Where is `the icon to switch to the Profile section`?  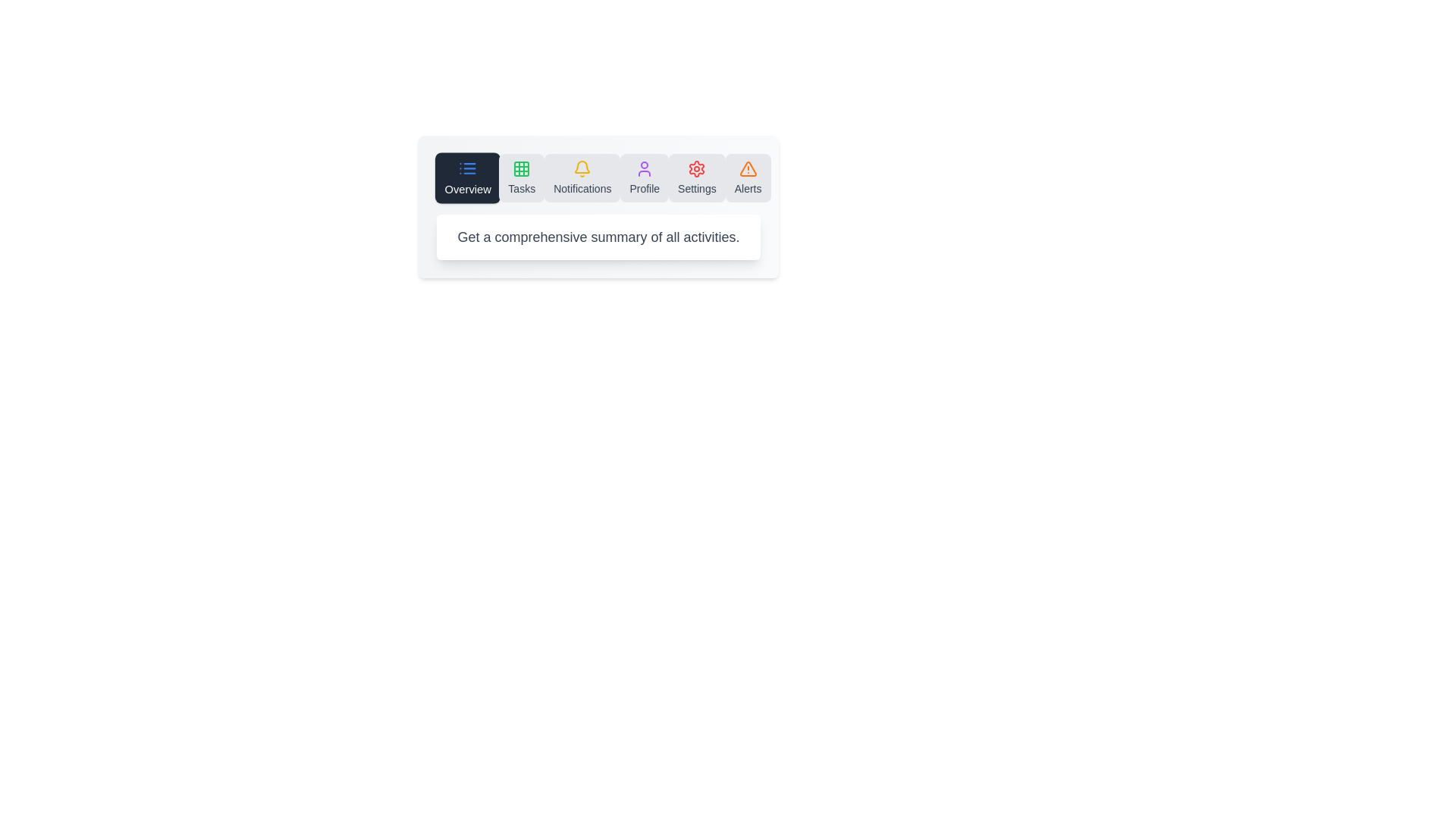 the icon to switch to the Profile section is located at coordinates (644, 177).